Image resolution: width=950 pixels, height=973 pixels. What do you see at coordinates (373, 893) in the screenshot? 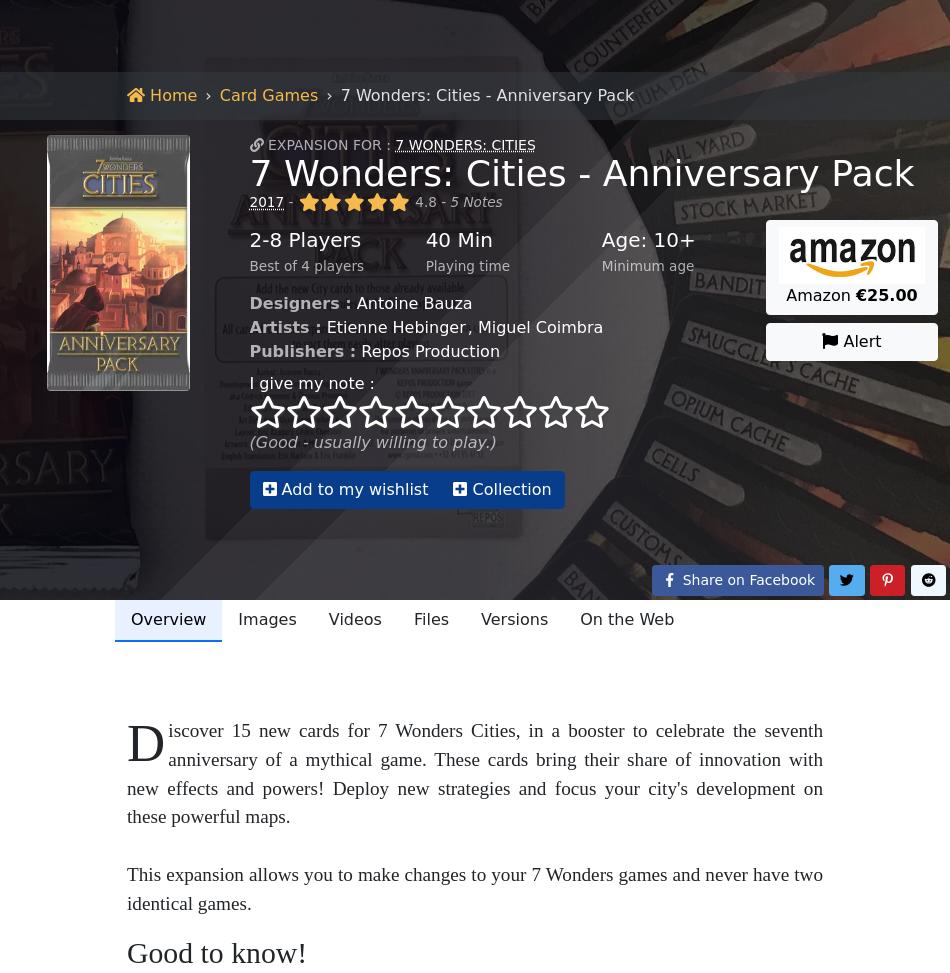
I see `'2017'` at bounding box center [373, 893].